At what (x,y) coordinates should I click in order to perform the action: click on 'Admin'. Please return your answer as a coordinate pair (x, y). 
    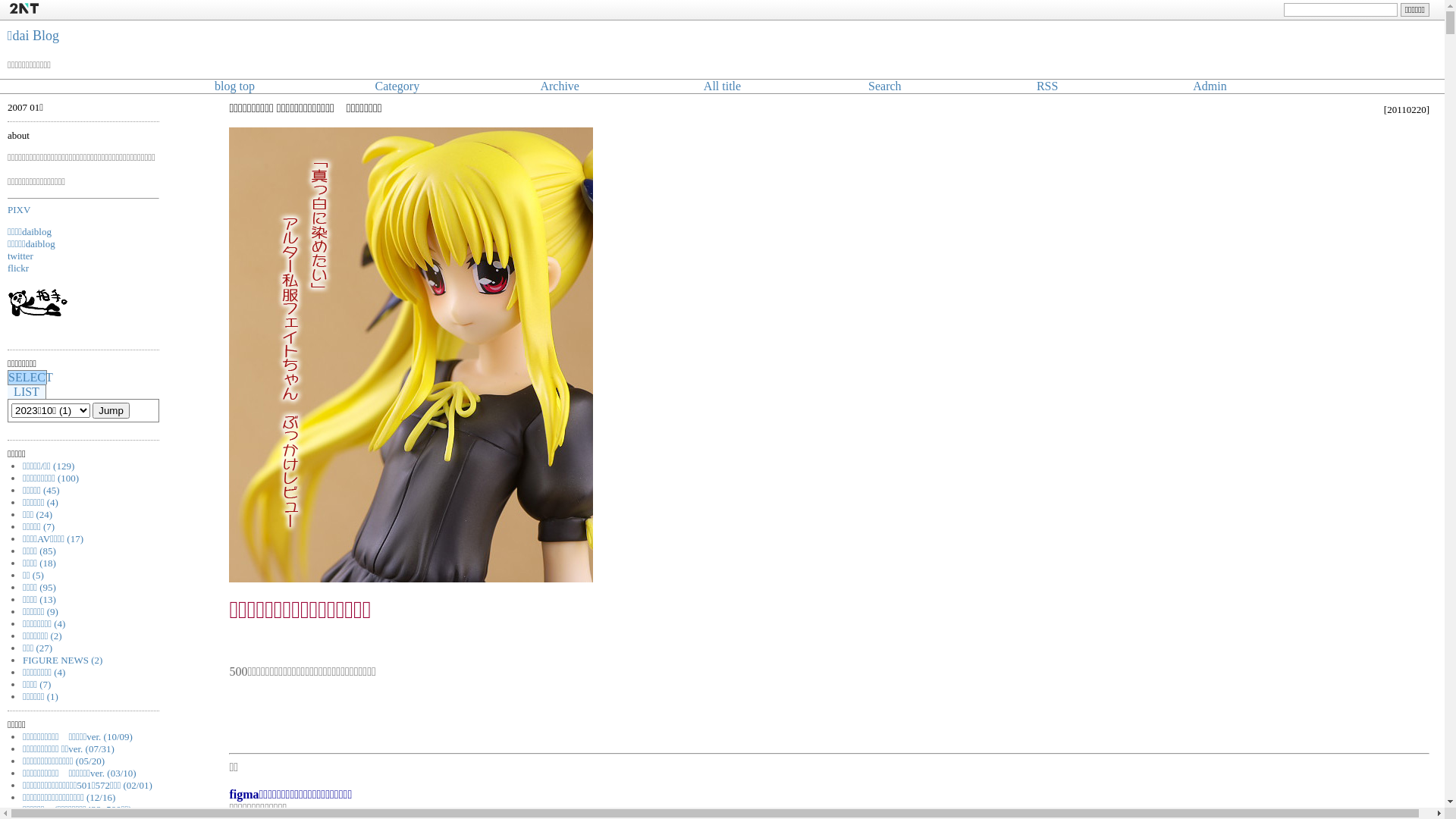
    Looking at the image, I should click on (1208, 86).